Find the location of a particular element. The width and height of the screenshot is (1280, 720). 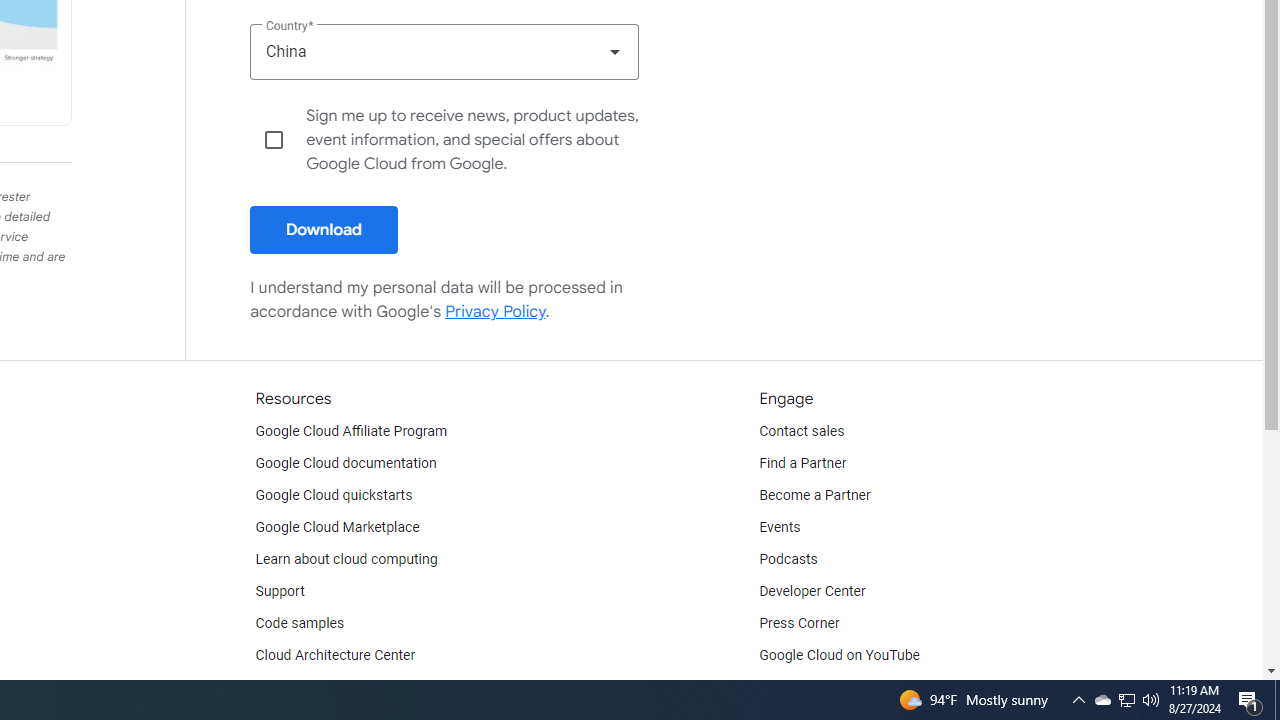

'Podcasts' is located at coordinates (787, 560).